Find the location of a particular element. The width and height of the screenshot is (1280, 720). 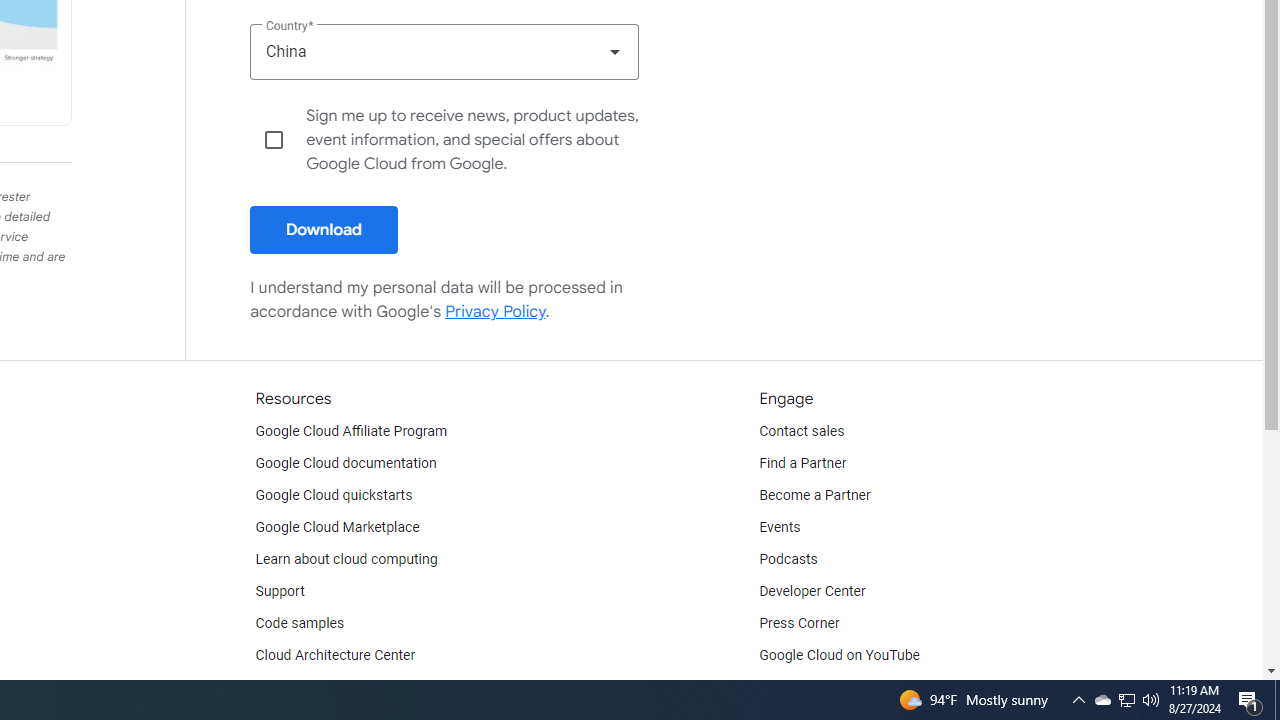

'Podcasts' is located at coordinates (787, 560).